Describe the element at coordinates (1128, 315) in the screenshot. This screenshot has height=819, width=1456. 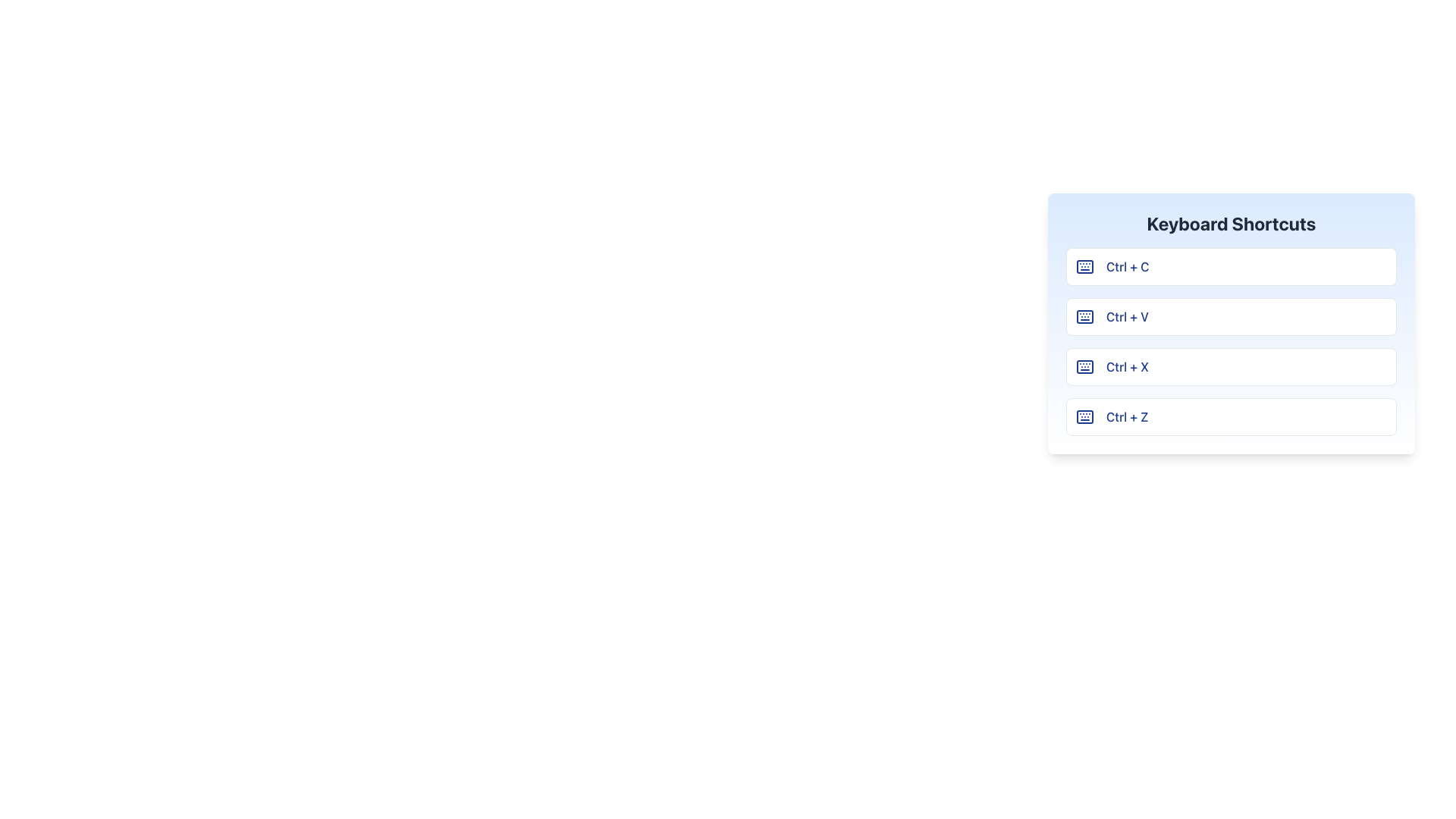
I see `the static text label displaying the shortcut 'Ctrl + V' in the keyboard shortcuts list, which is the second item between 'Ctrl + C' and 'Ctrl + X'` at that location.